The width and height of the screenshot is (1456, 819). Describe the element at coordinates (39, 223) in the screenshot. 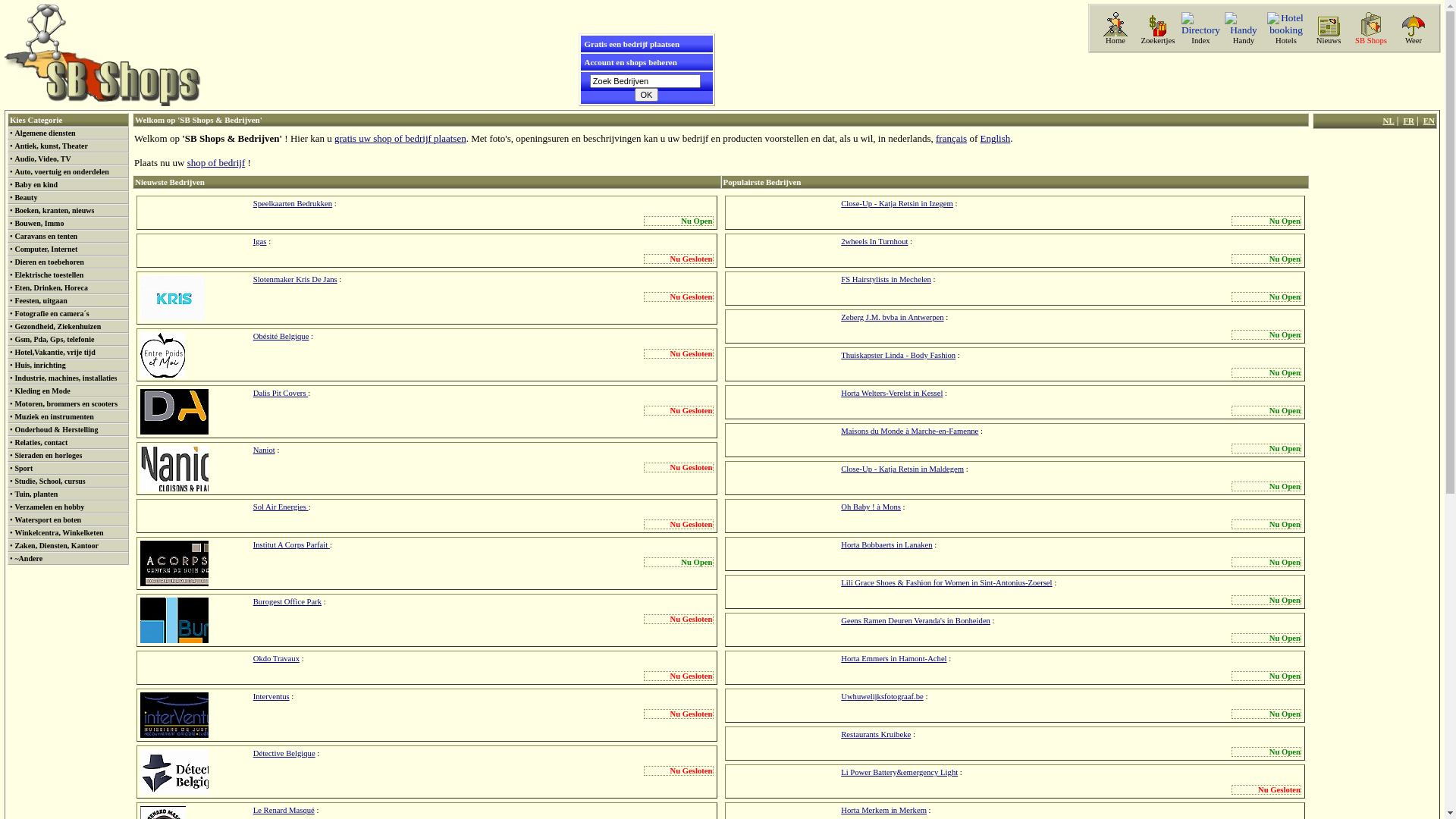

I see `'Bouwen, Immo'` at that location.